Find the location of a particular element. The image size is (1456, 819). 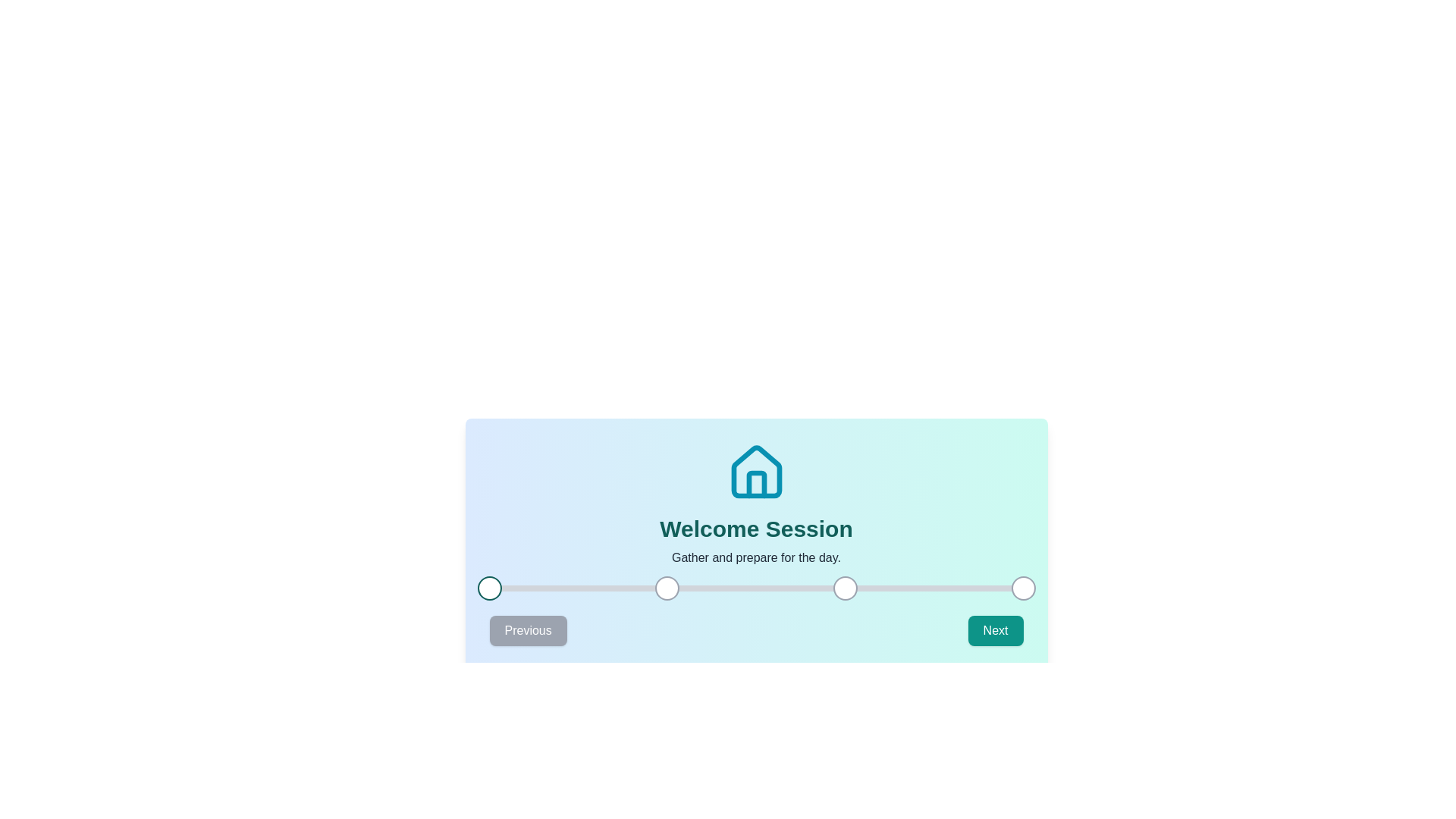

the progress indicator corresponding to step 4 is located at coordinates (1023, 587).